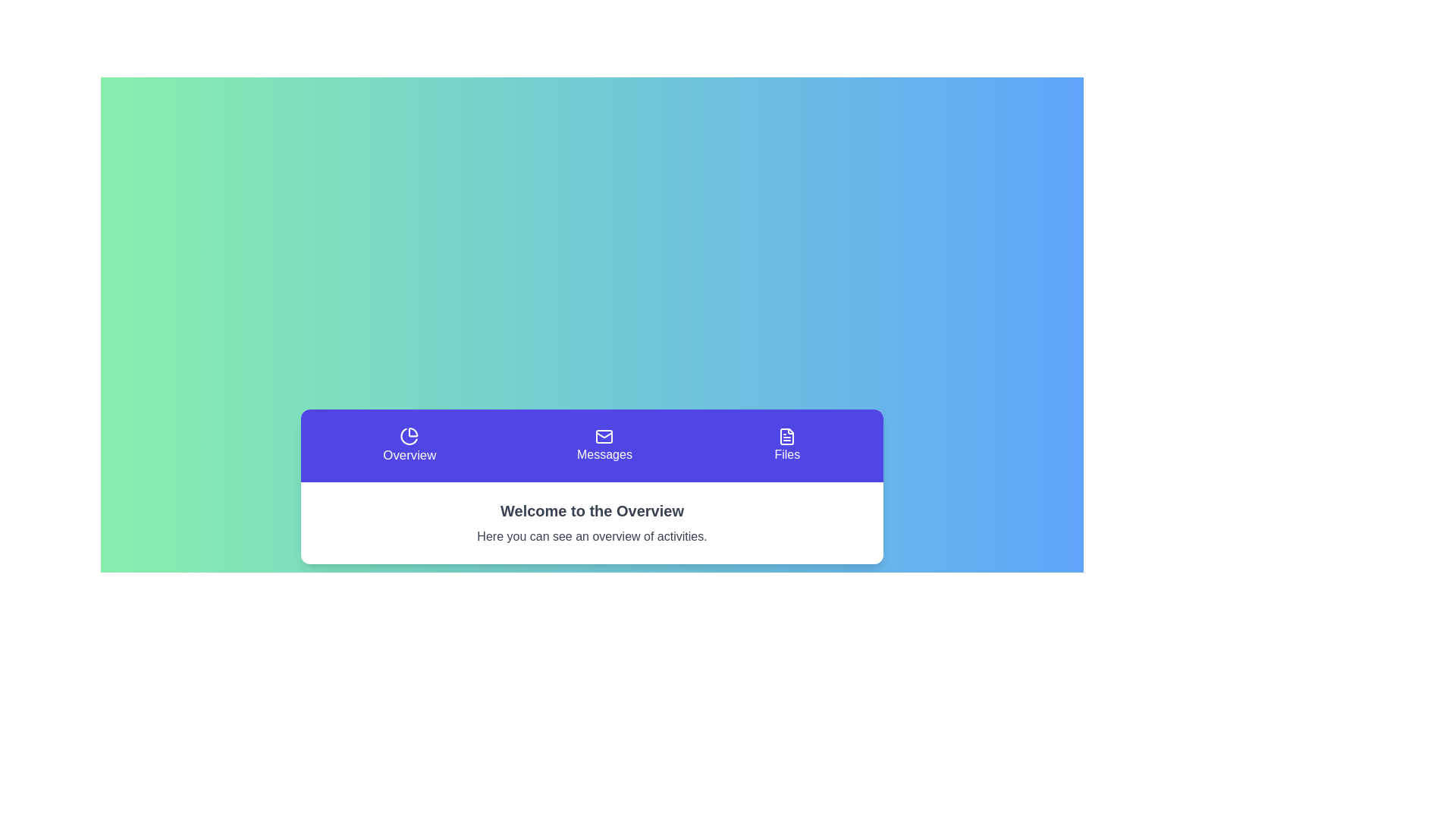 The image size is (1456, 819). Describe the element at coordinates (786, 444) in the screenshot. I see `the section button labeled Files` at that location.